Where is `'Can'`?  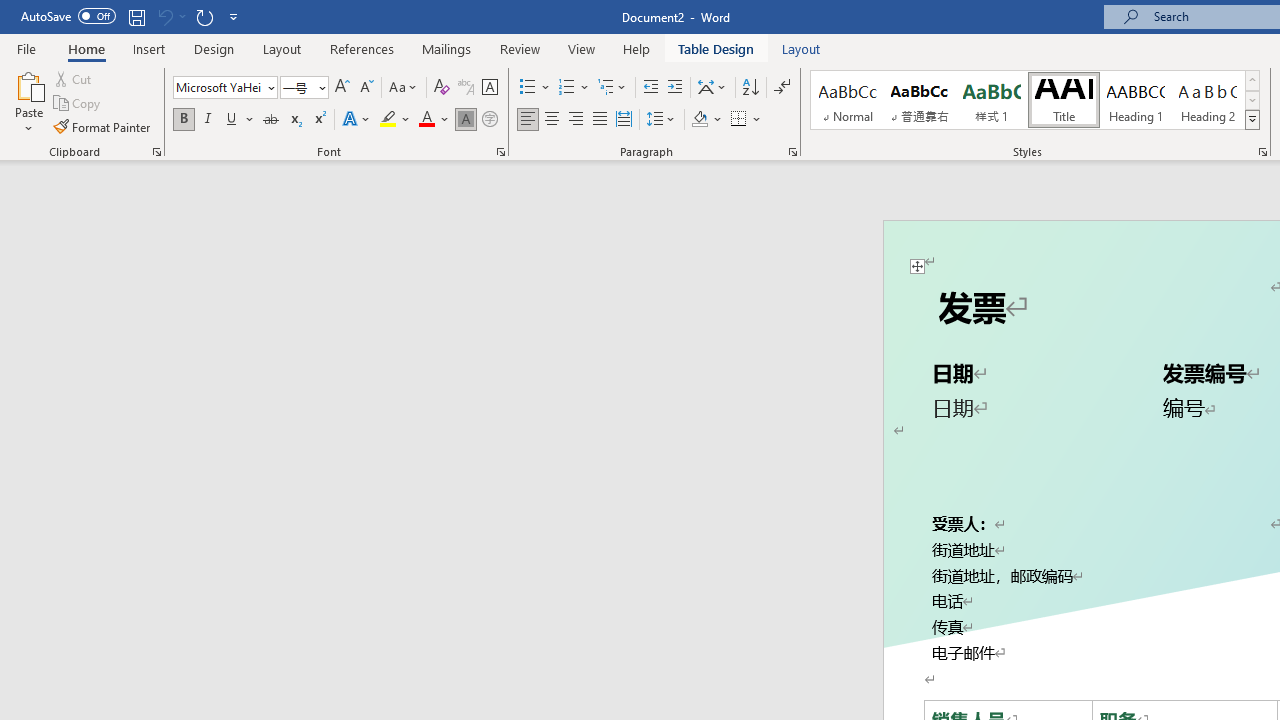 'Can' is located at coordinates (170, 16).